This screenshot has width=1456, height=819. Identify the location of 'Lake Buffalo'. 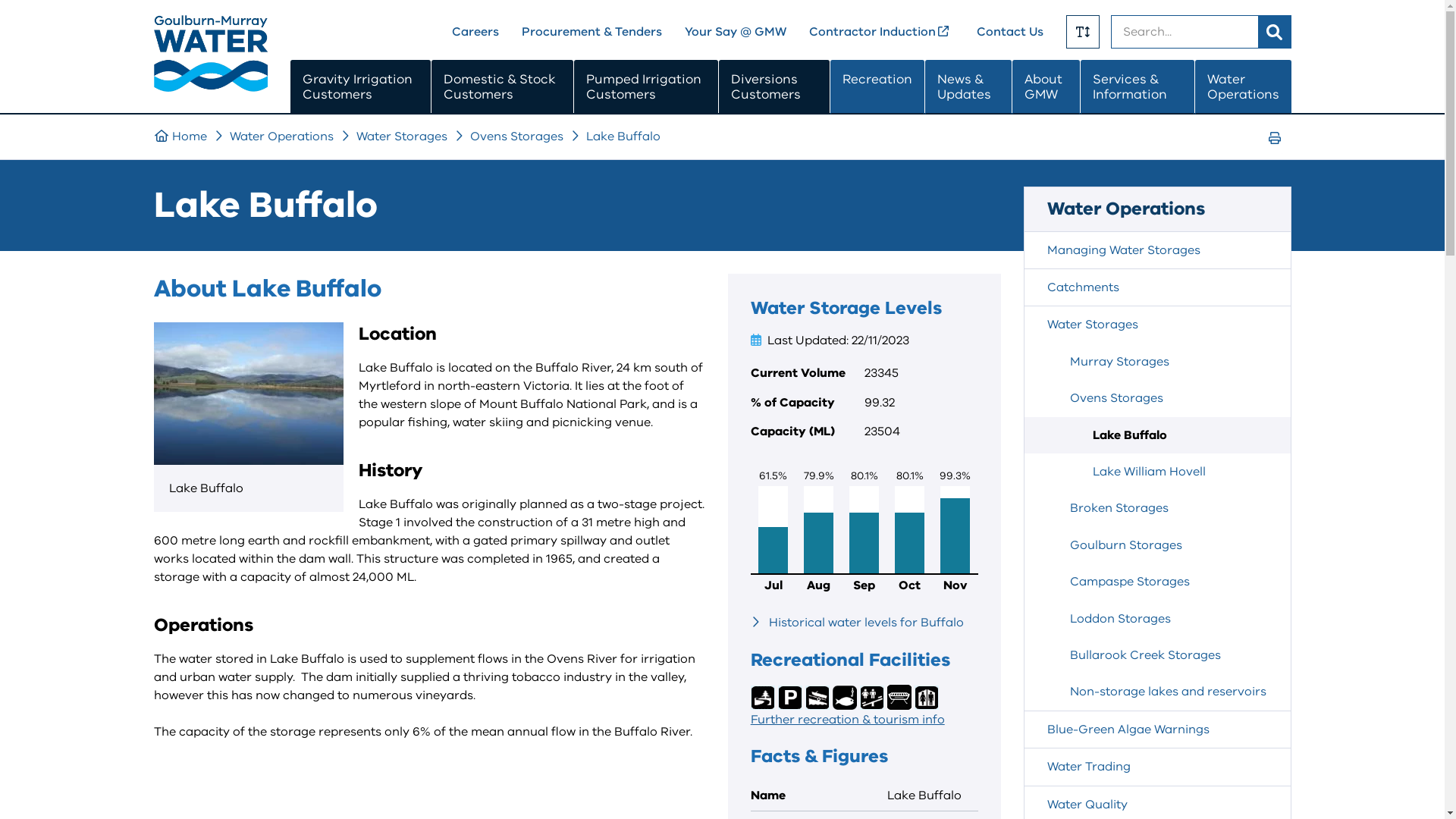
(1156, 435).